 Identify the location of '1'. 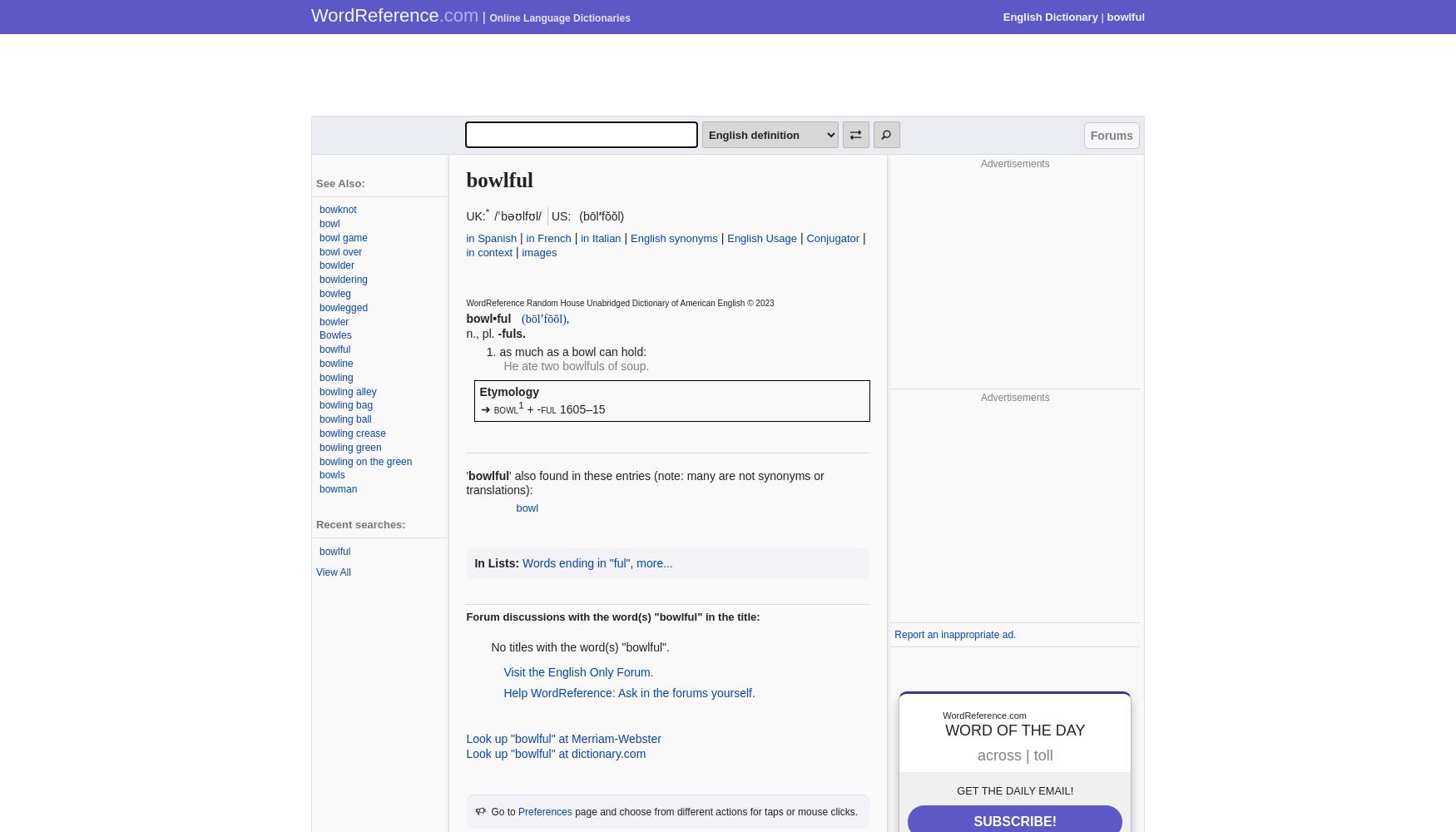
(520, 404).